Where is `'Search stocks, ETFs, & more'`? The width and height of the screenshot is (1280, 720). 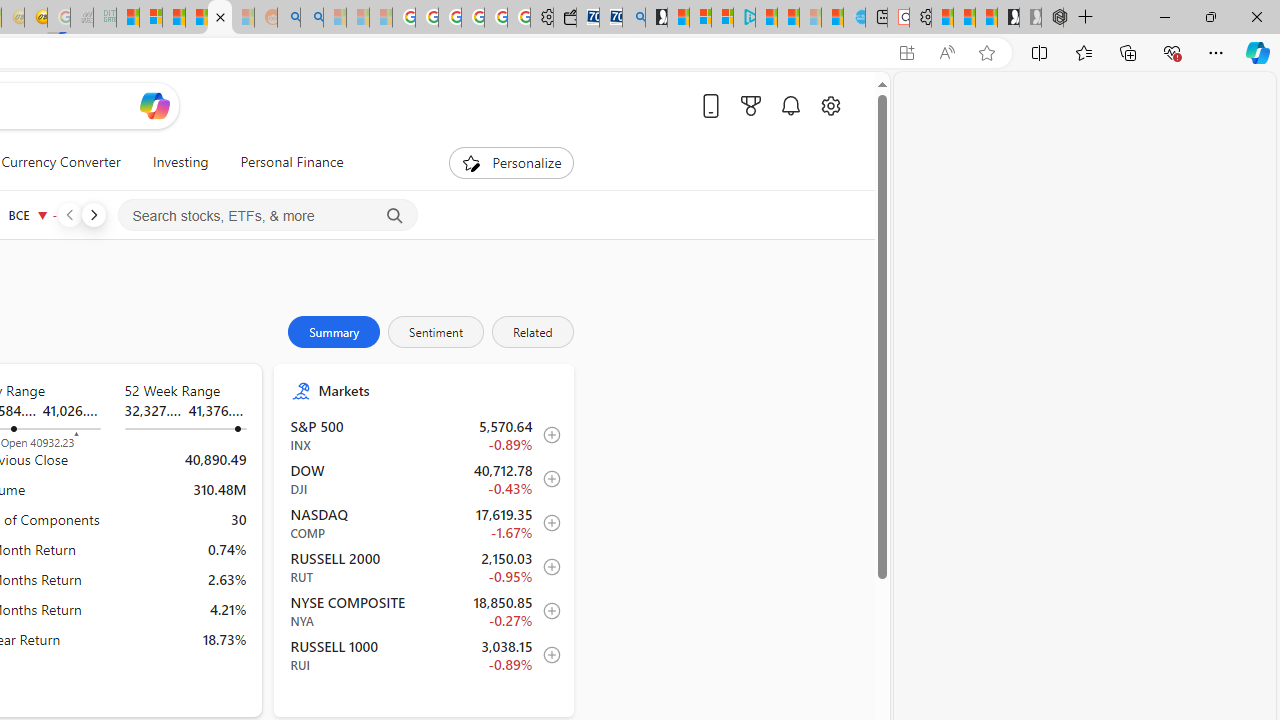 'Search stocks, ETFs, & more' is located at coordinates (267, 216).